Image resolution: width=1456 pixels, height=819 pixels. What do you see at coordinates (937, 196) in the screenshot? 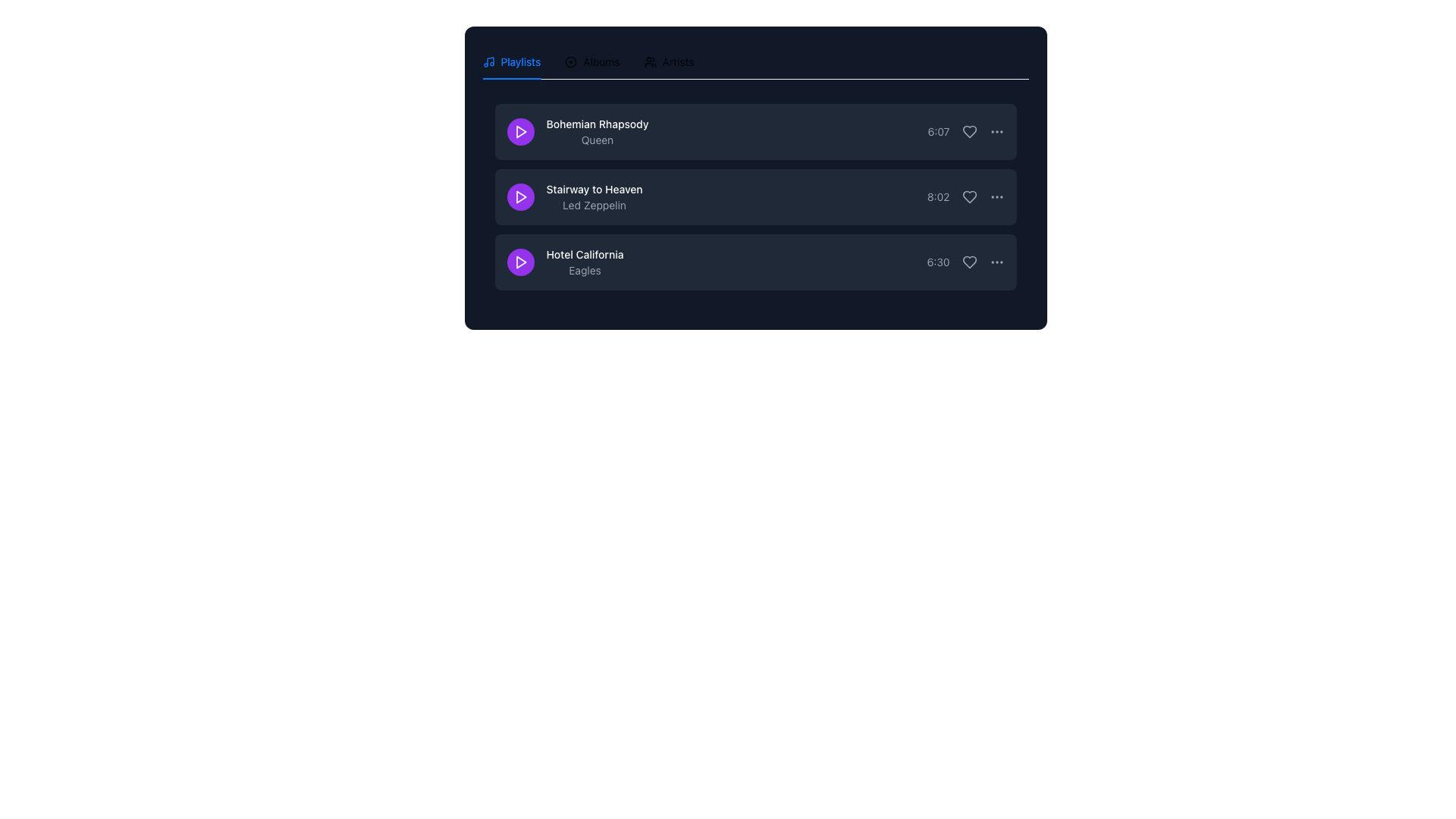
I see `the text label displaying the duration of the respective song in the playlist, located in the second row, to the left of the heart icon and the ellipsis icon` at bounding box center [937, 196].